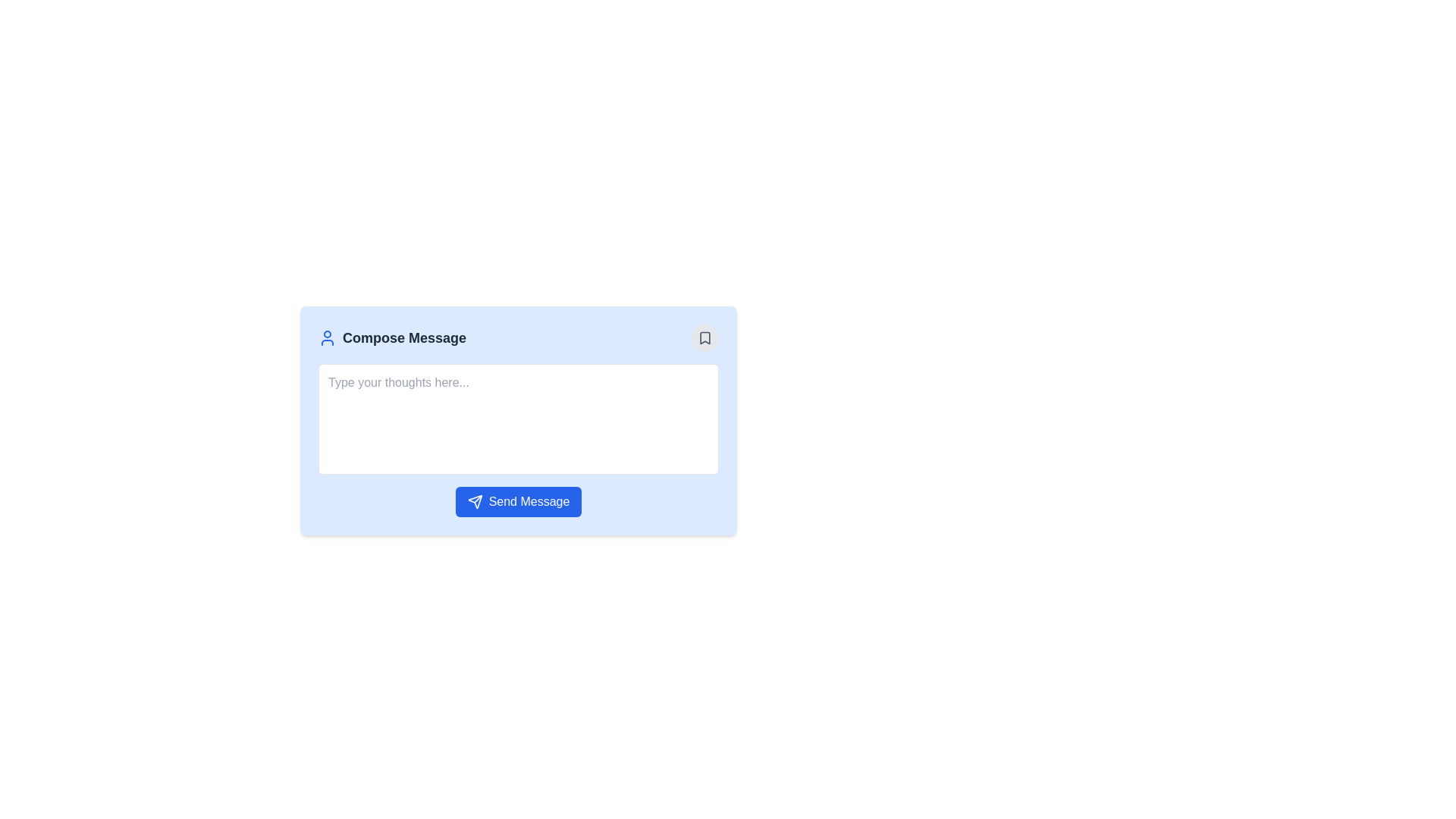  What do you see at coordinates (474, 502) in the screenshot?
I see `the triangular-shaped icon within the blue 'Send Message' button located below the text input field` at bounding box center [474, 502].